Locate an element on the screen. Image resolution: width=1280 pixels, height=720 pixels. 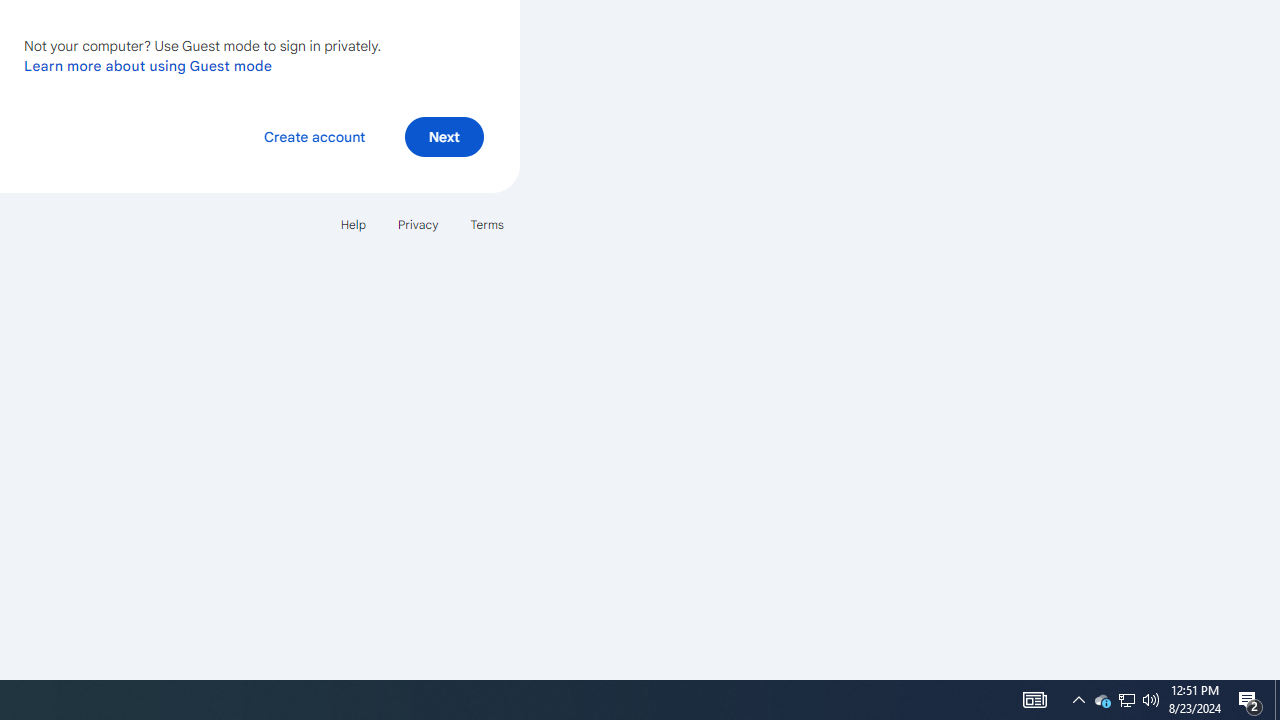
'Learn more about using Guest mode' is located at coordinates (147, 64).